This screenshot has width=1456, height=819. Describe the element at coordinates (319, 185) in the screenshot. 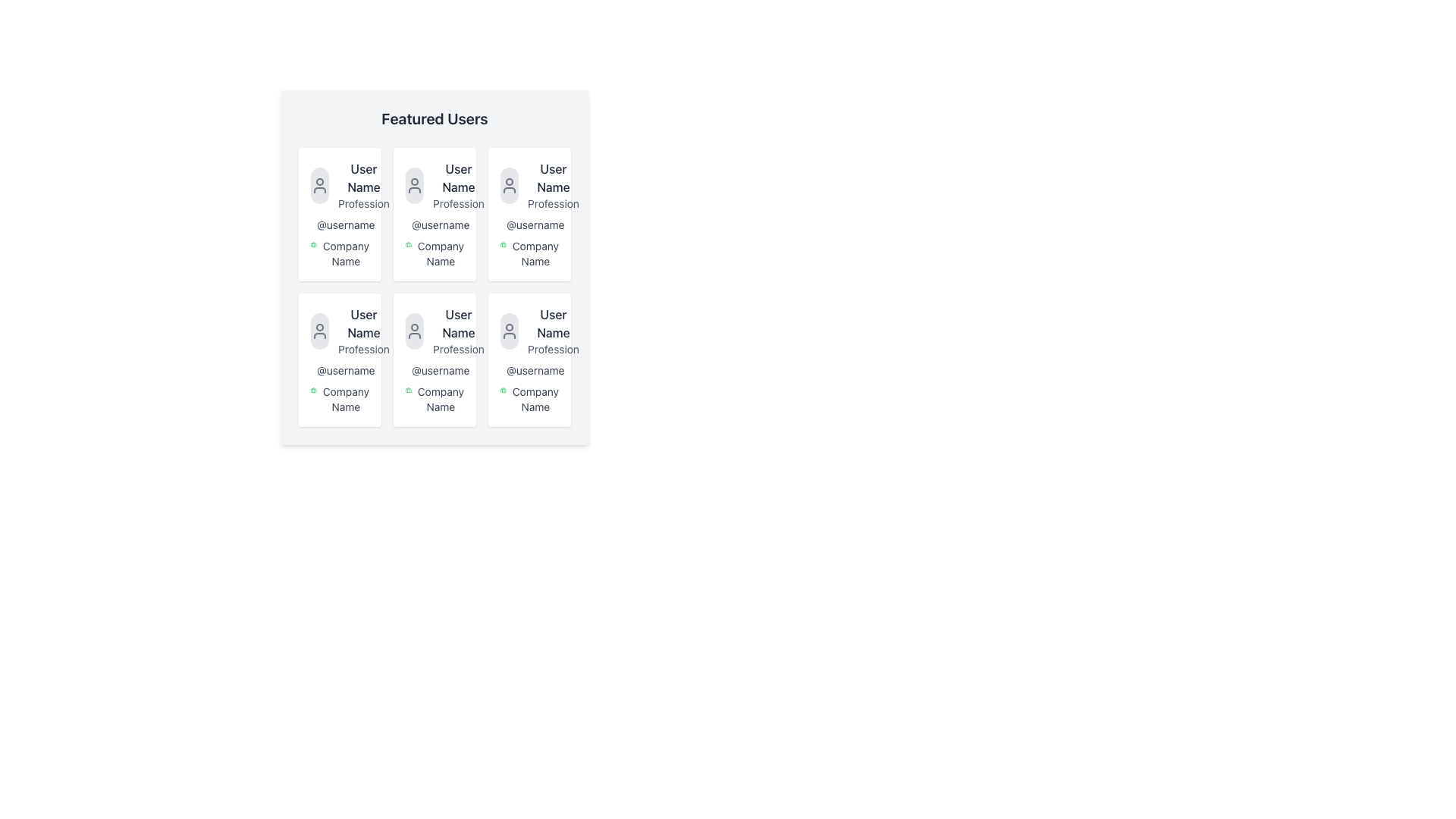

I see `the decorative user avatar placeholder located in the top-left cell of the three-column grid layout under the 'Featured Users' section` at that location.